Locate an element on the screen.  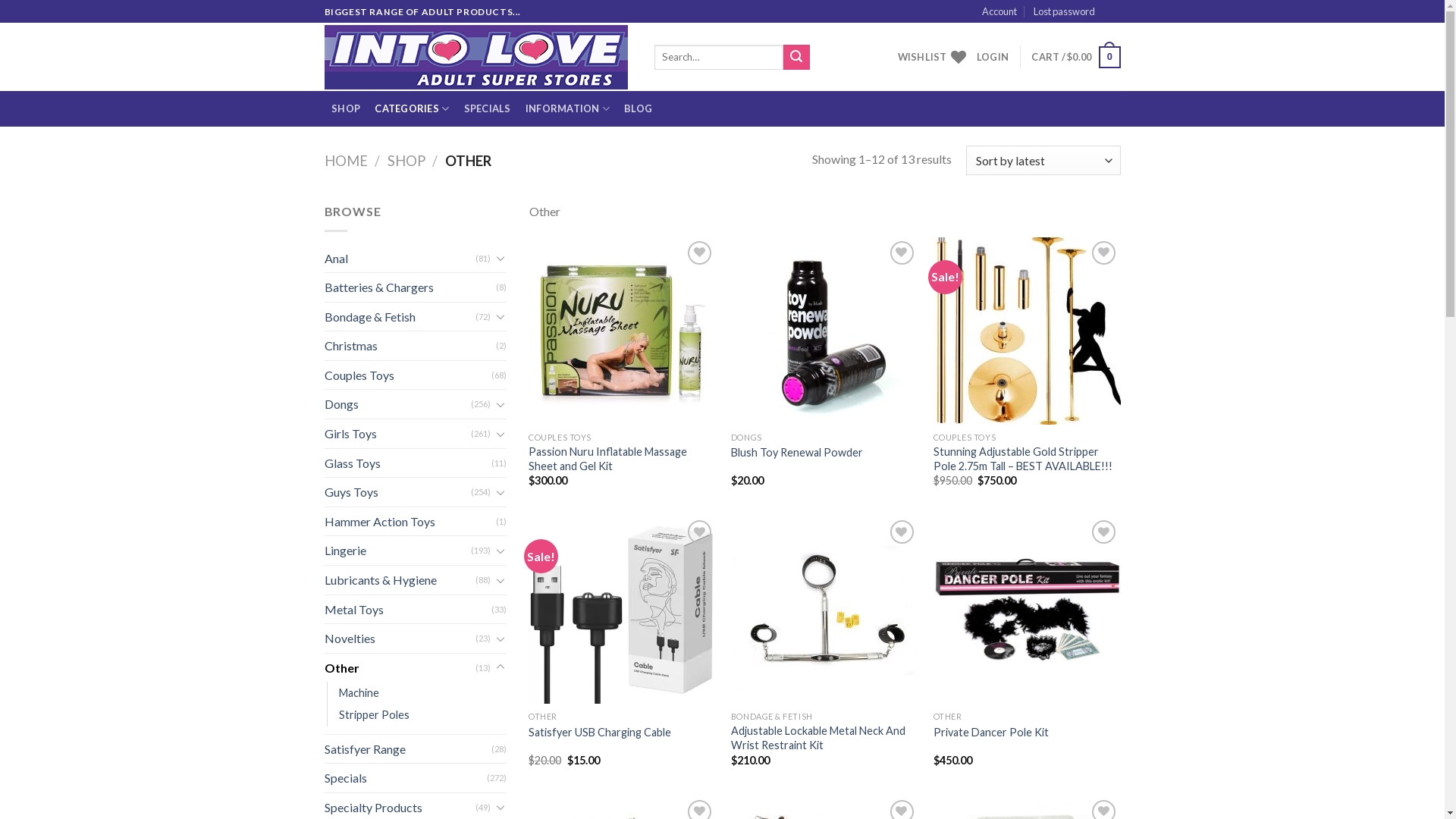
'Metal Toys' is located at coordinates (407, 608).